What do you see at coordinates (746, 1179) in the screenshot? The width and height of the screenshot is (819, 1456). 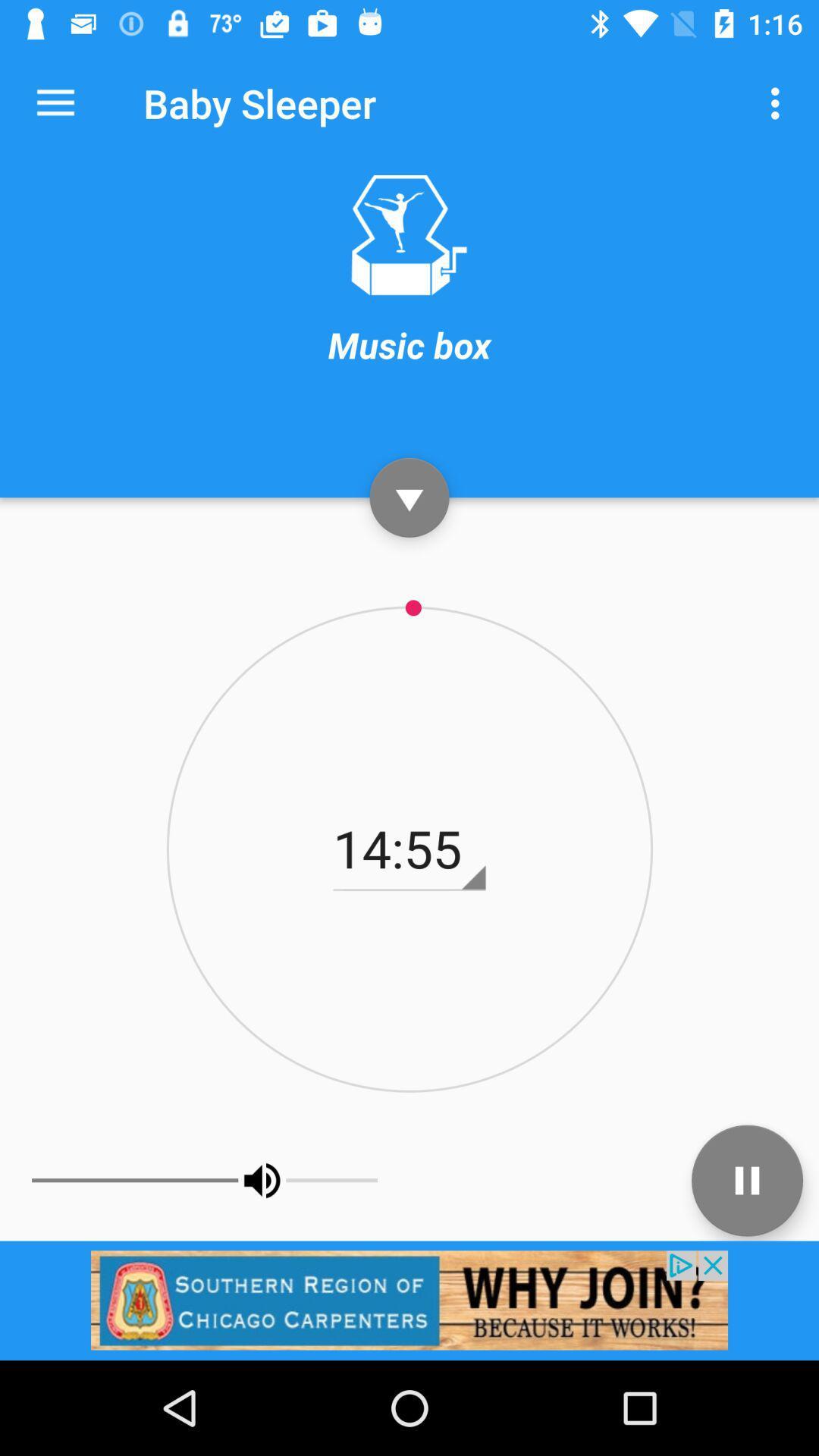 I see `pause the track` at bounding box center [746, 1179].